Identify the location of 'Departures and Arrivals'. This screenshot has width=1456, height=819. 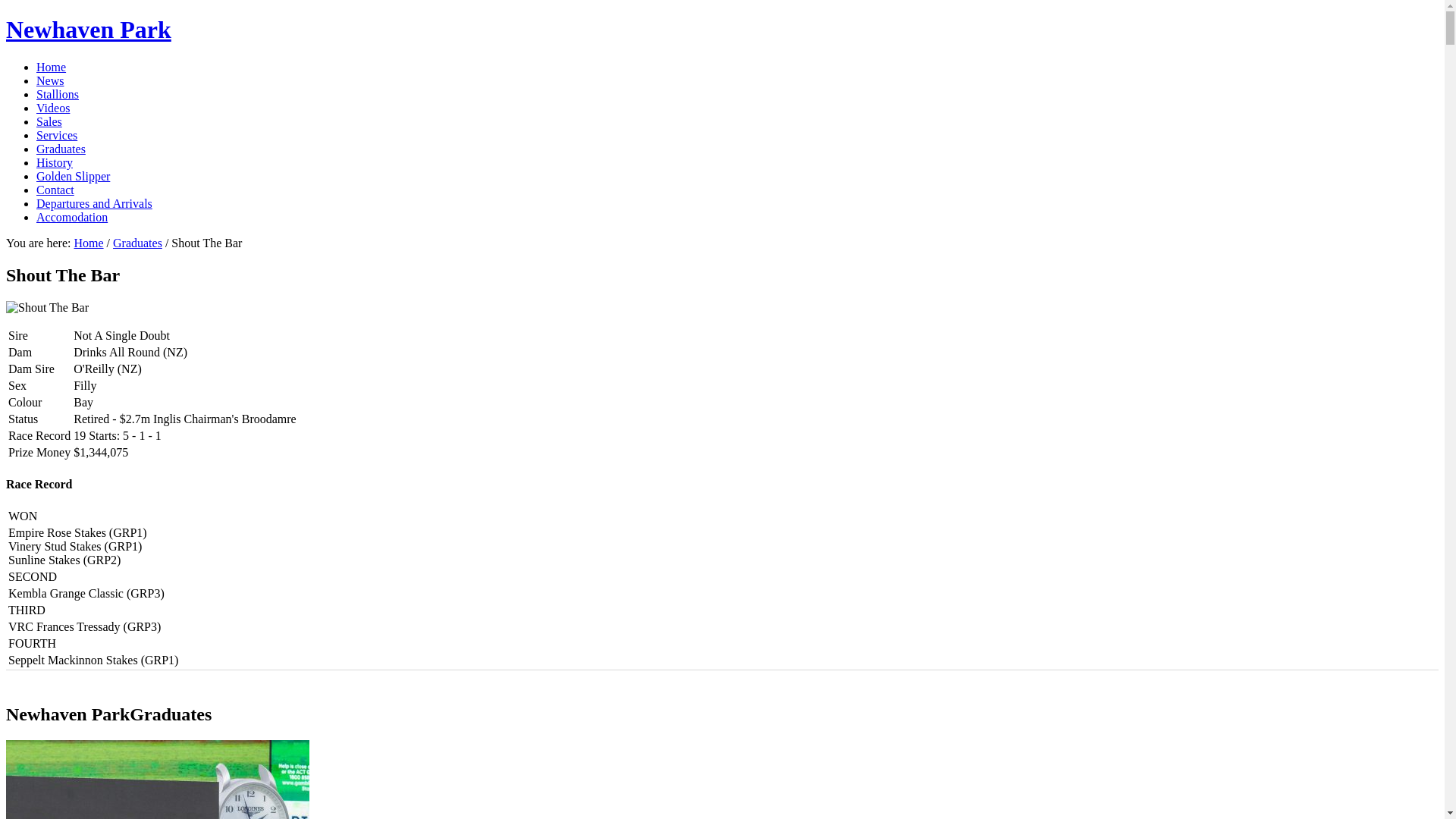
(93, 202).